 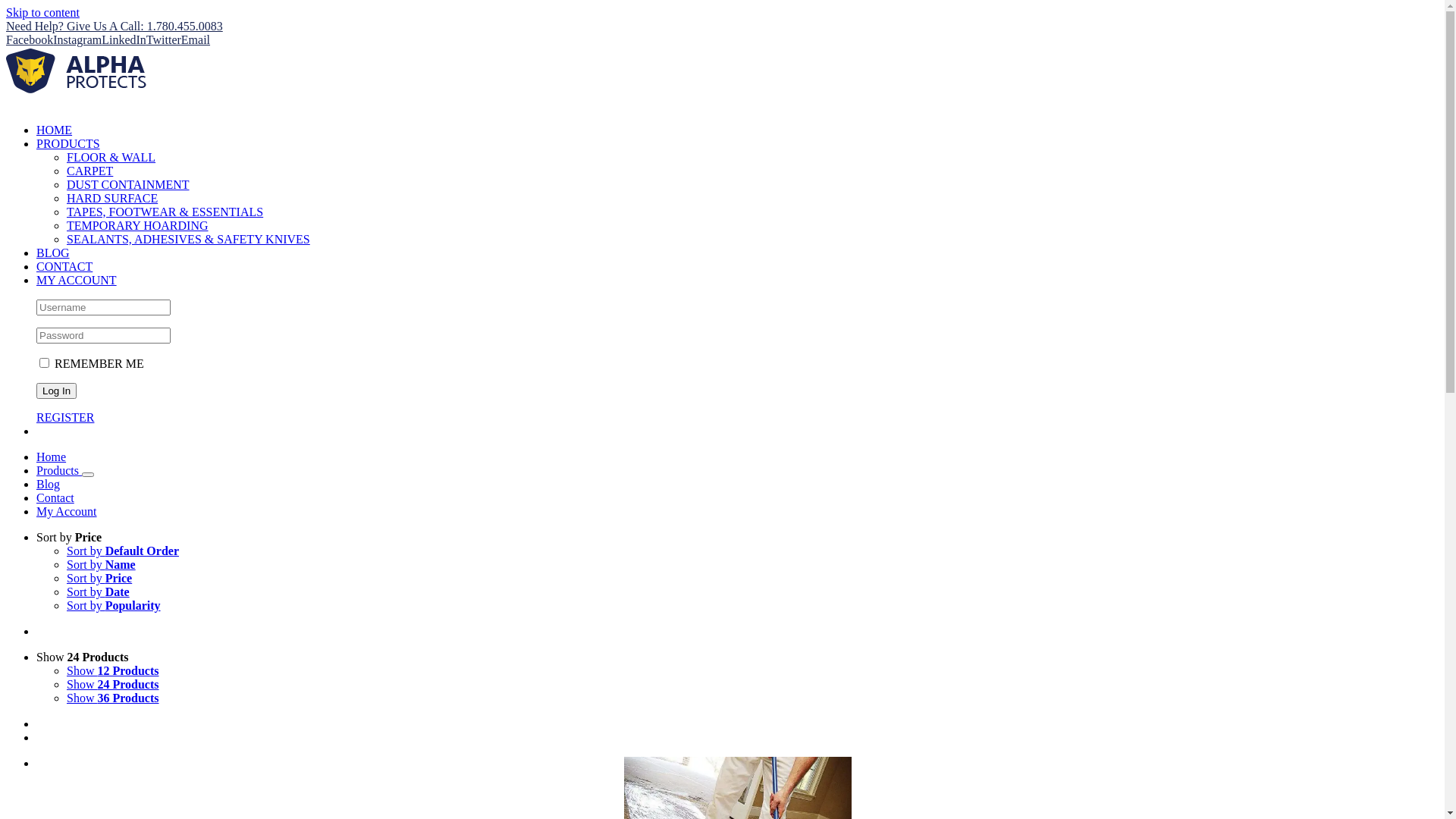 I want to click on 'REGISTER', so click(x=64, y=417).